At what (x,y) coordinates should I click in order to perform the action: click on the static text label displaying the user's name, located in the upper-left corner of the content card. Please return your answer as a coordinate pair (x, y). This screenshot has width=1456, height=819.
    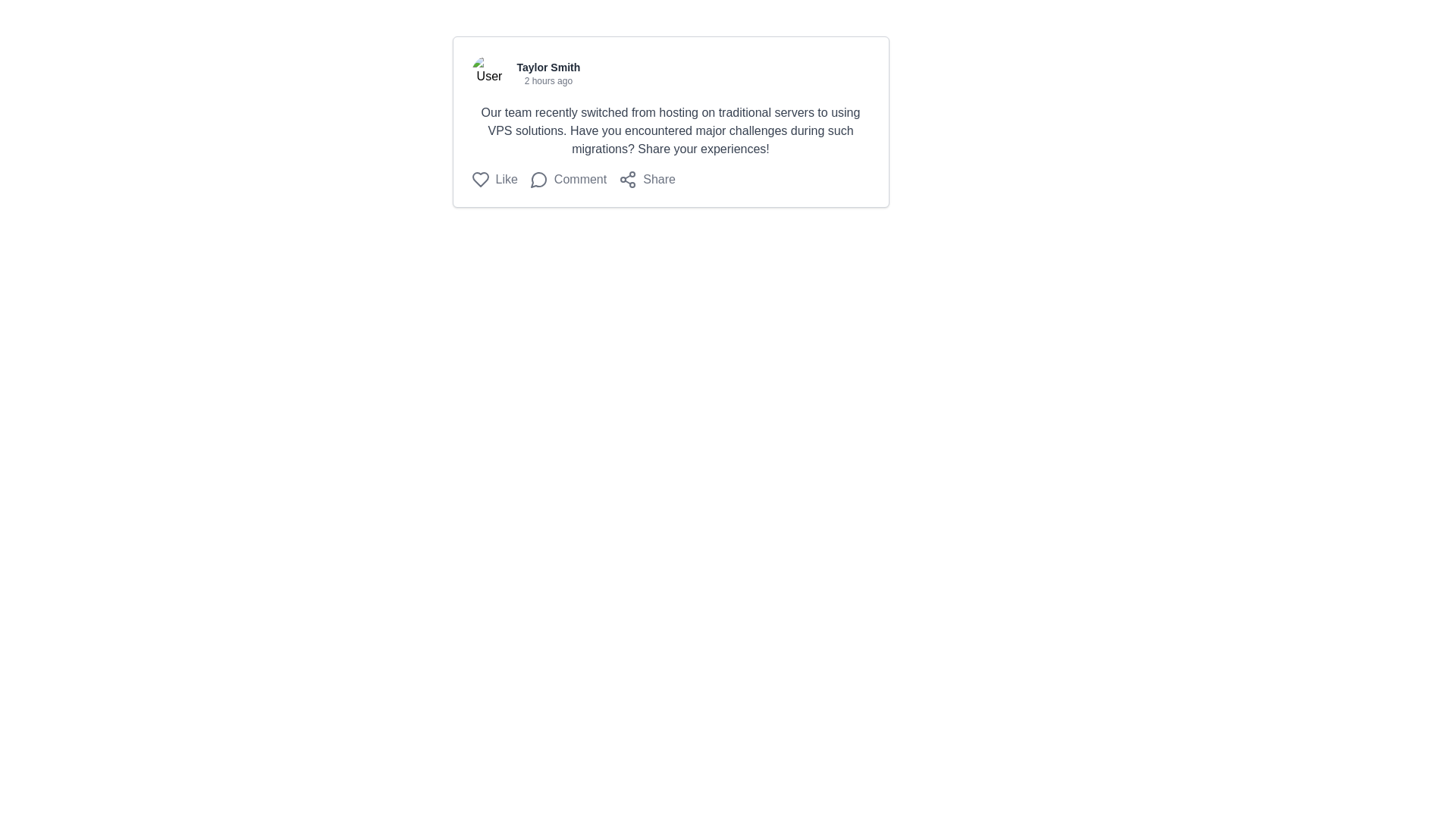
    Looking at the image, I should click on (548, 66).